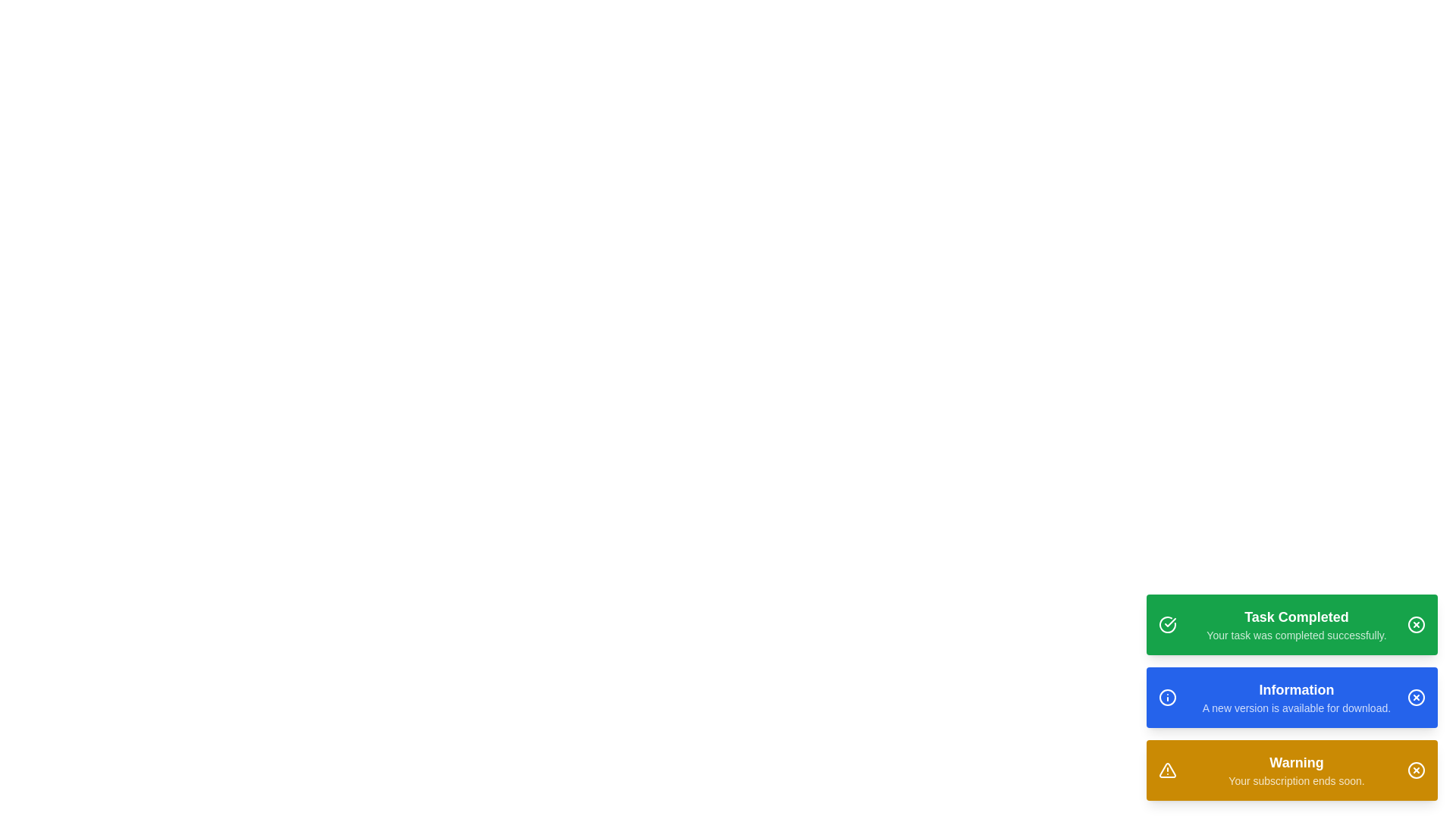  I want to click on the circular, minimalistic icon with a checkmark symbol located within the green notification card labeled 'Task Completed', so click(1167, 625).